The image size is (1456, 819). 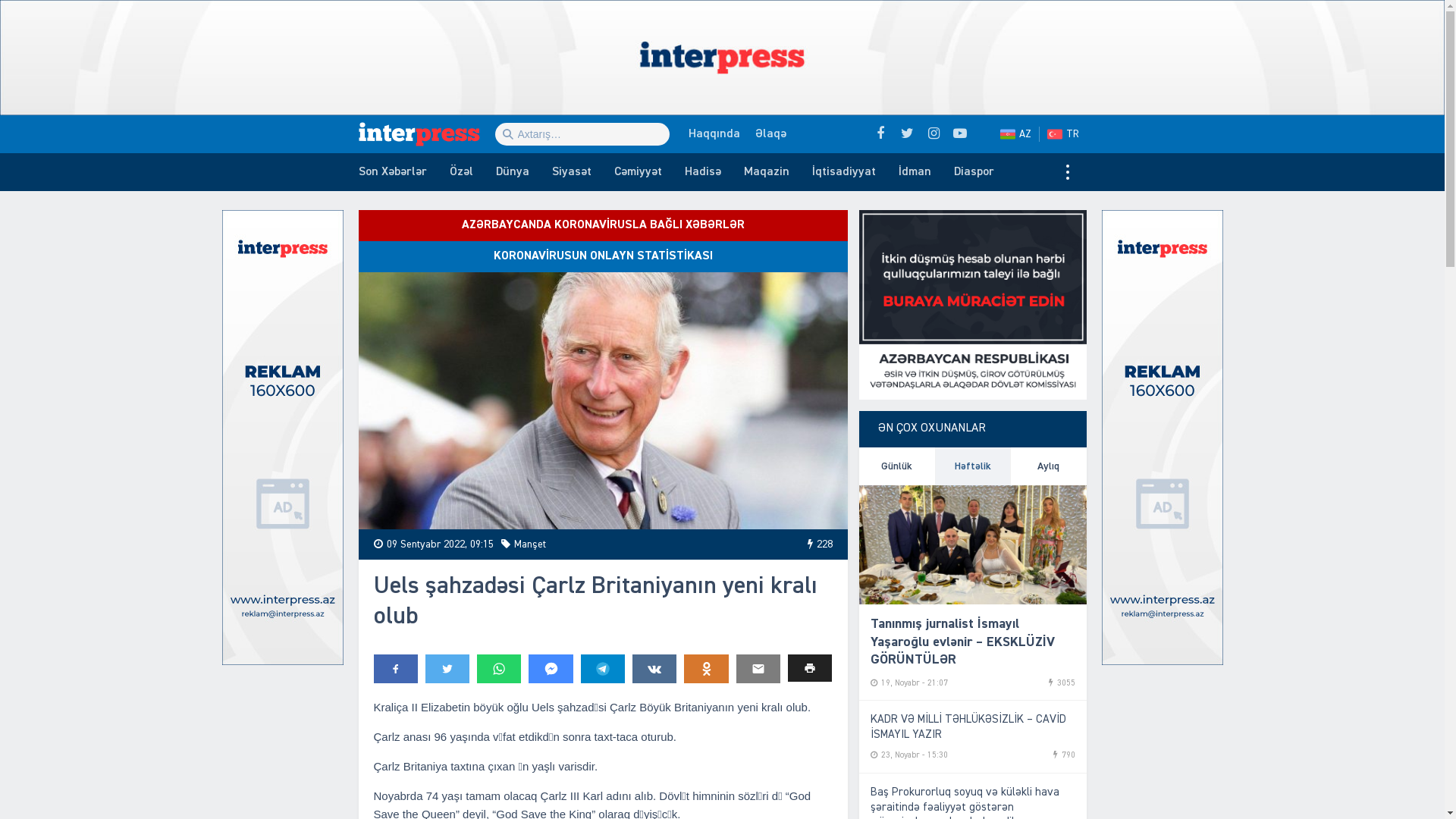 I want to click on 'TR', so click(x=1065, y=133).